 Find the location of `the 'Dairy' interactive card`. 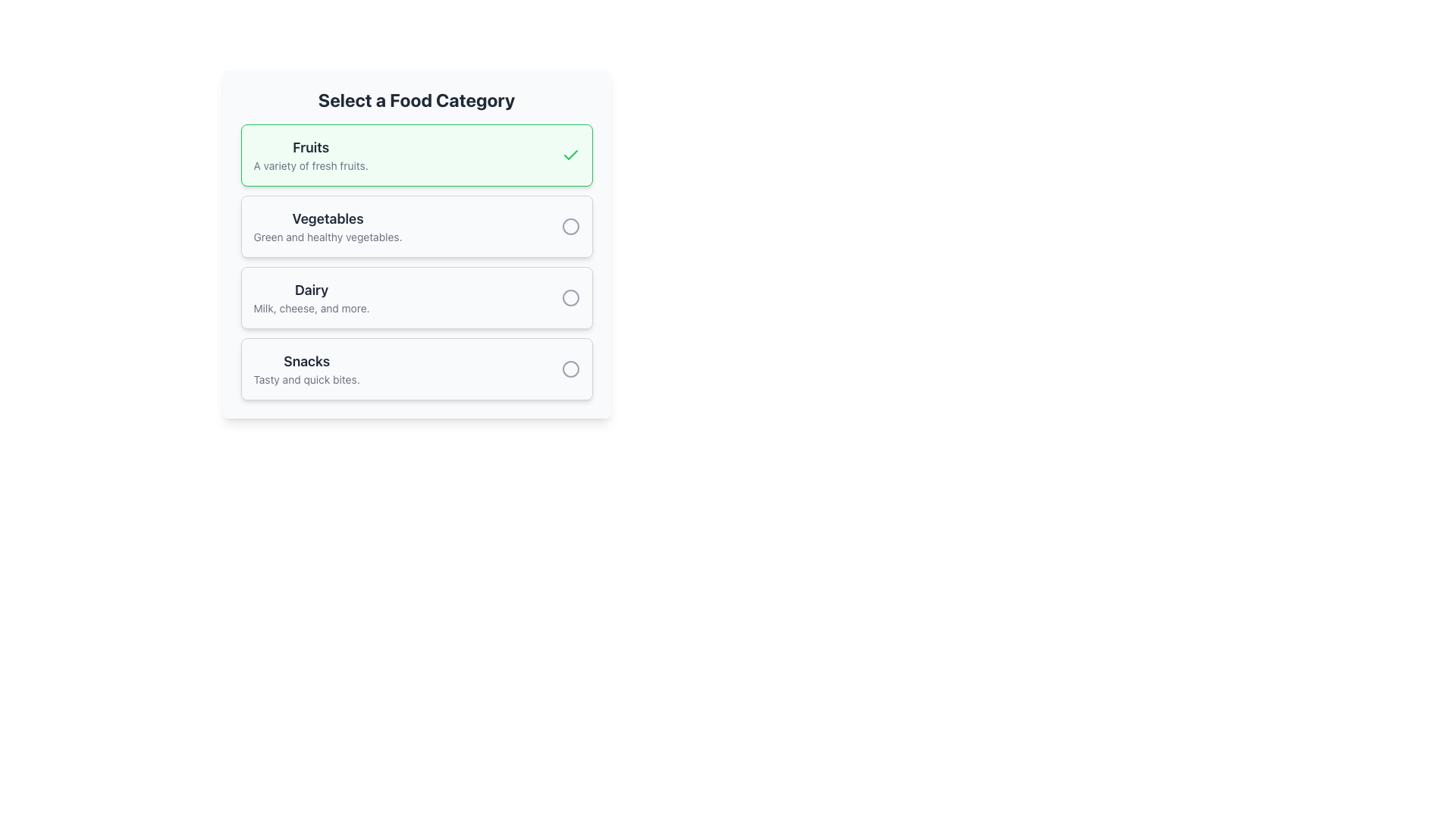

the 'Dairy' interactive card is located at coordinates (416, 298).